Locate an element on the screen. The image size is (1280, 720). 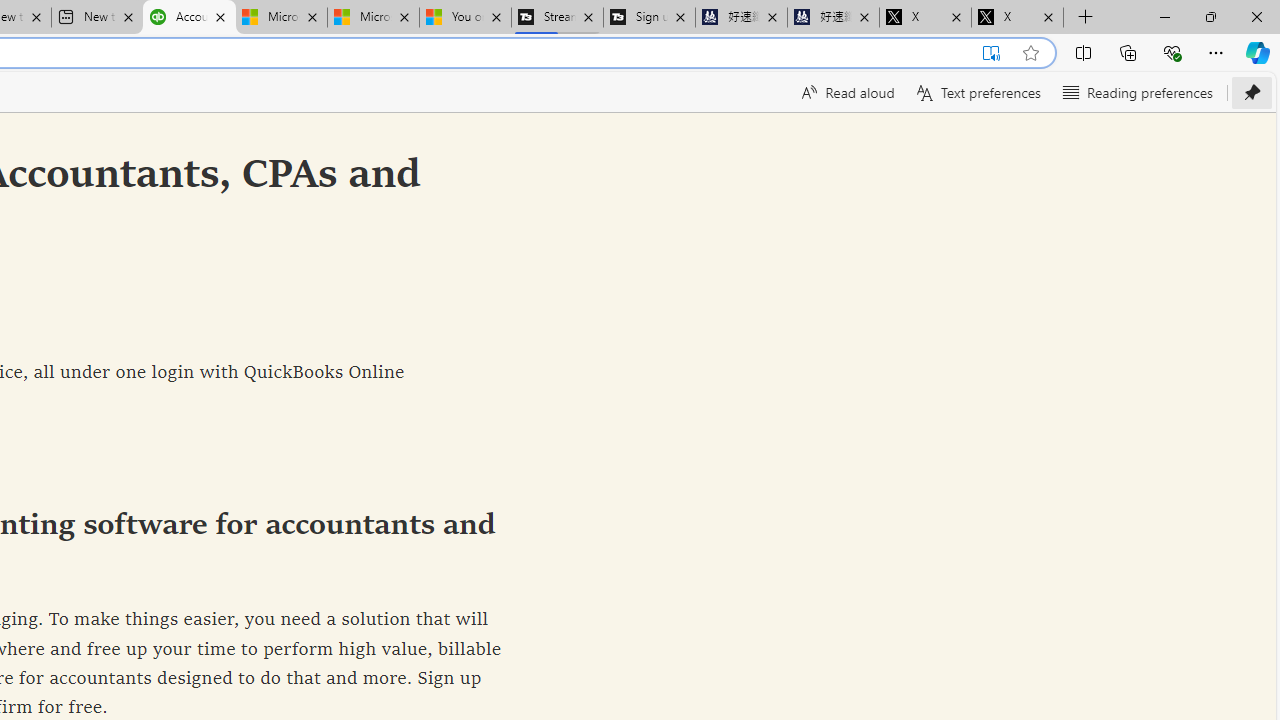
'Text preferences' is located at coordinates (977, 92).